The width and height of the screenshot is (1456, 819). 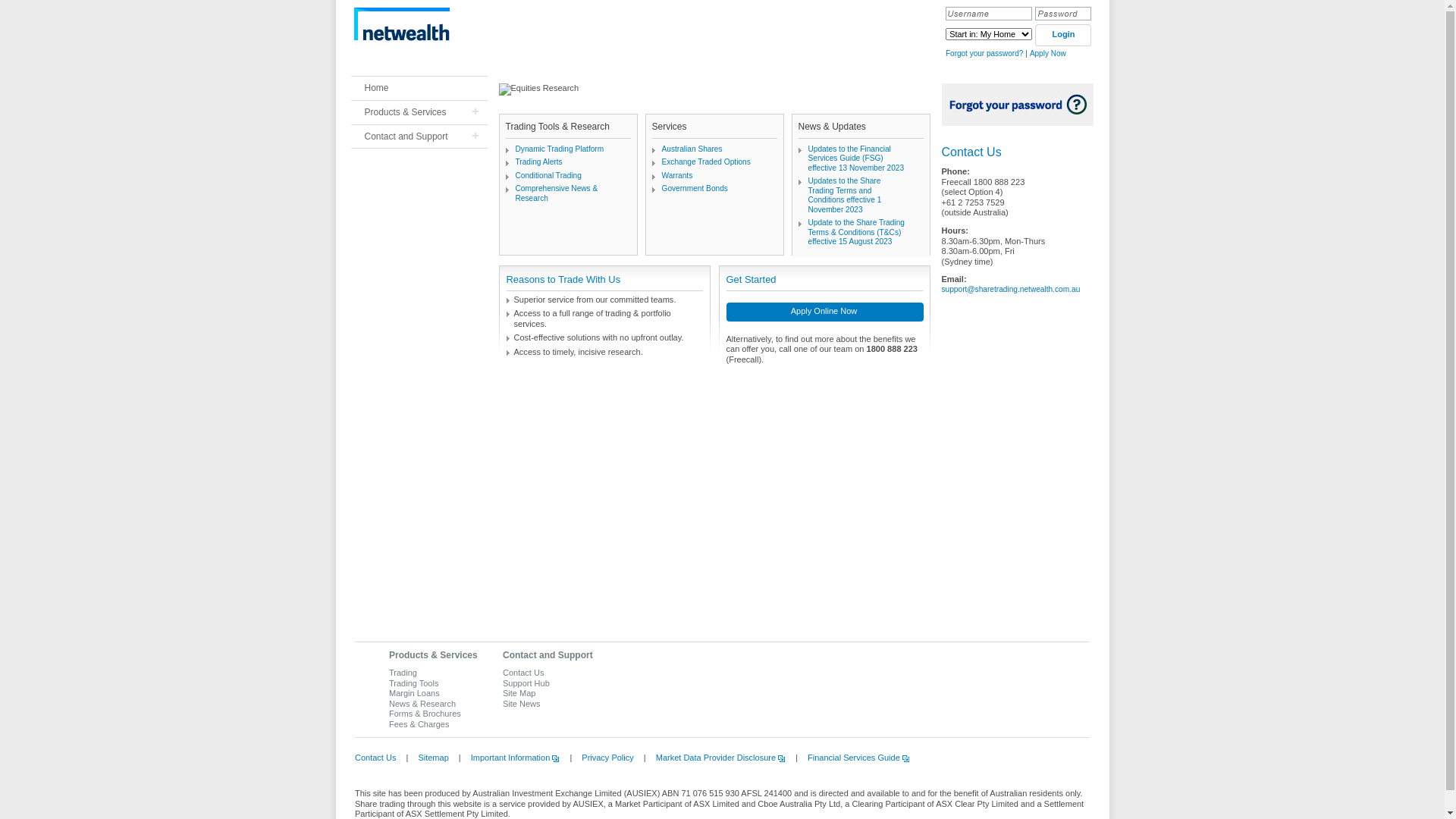 What do you see at coordinates (419, 88) in the screenshot?
I see `'Home'` at bounding box center [419, 88].